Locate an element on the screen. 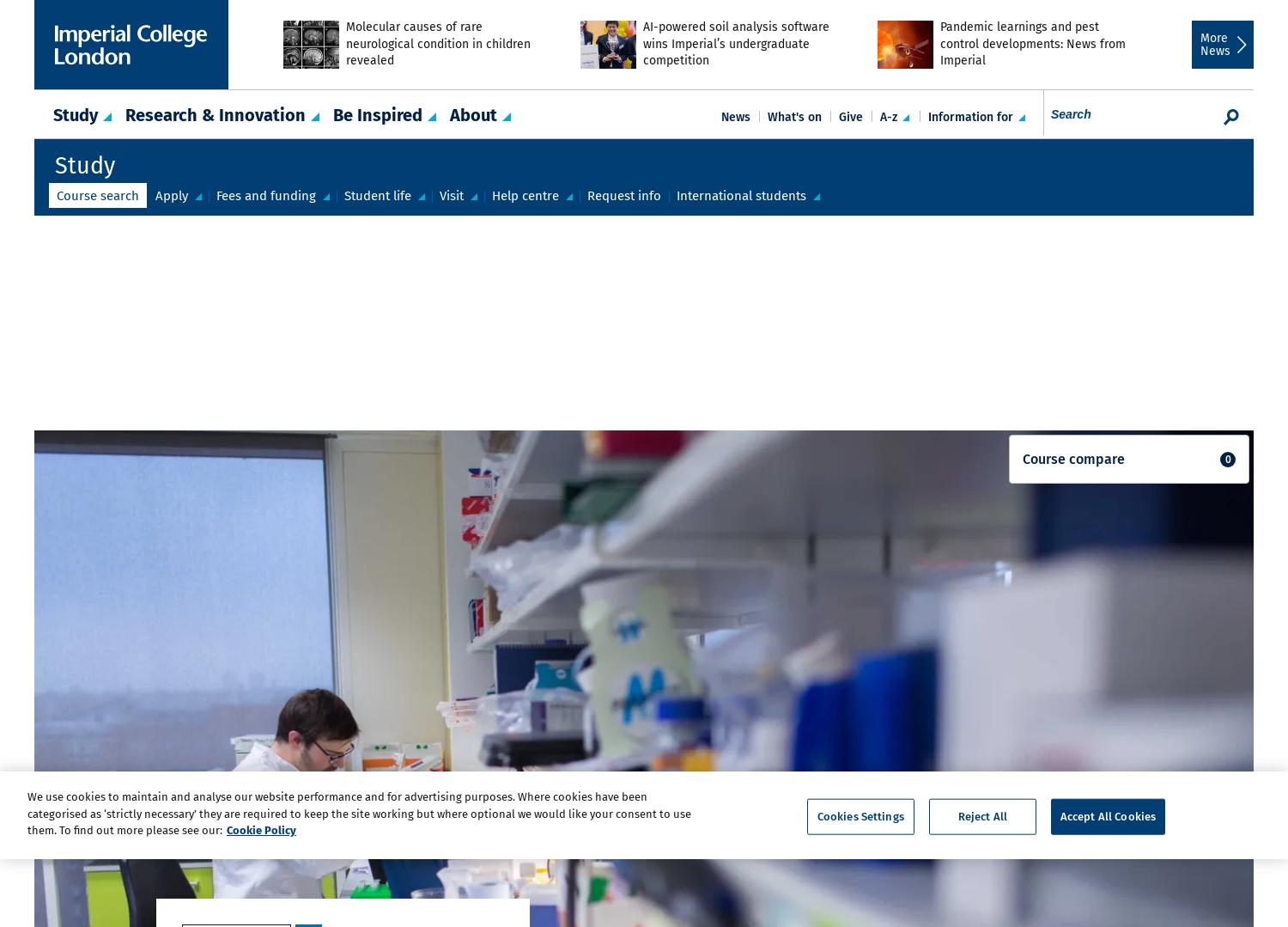  'Request info' is located at coordinates (623, 194).